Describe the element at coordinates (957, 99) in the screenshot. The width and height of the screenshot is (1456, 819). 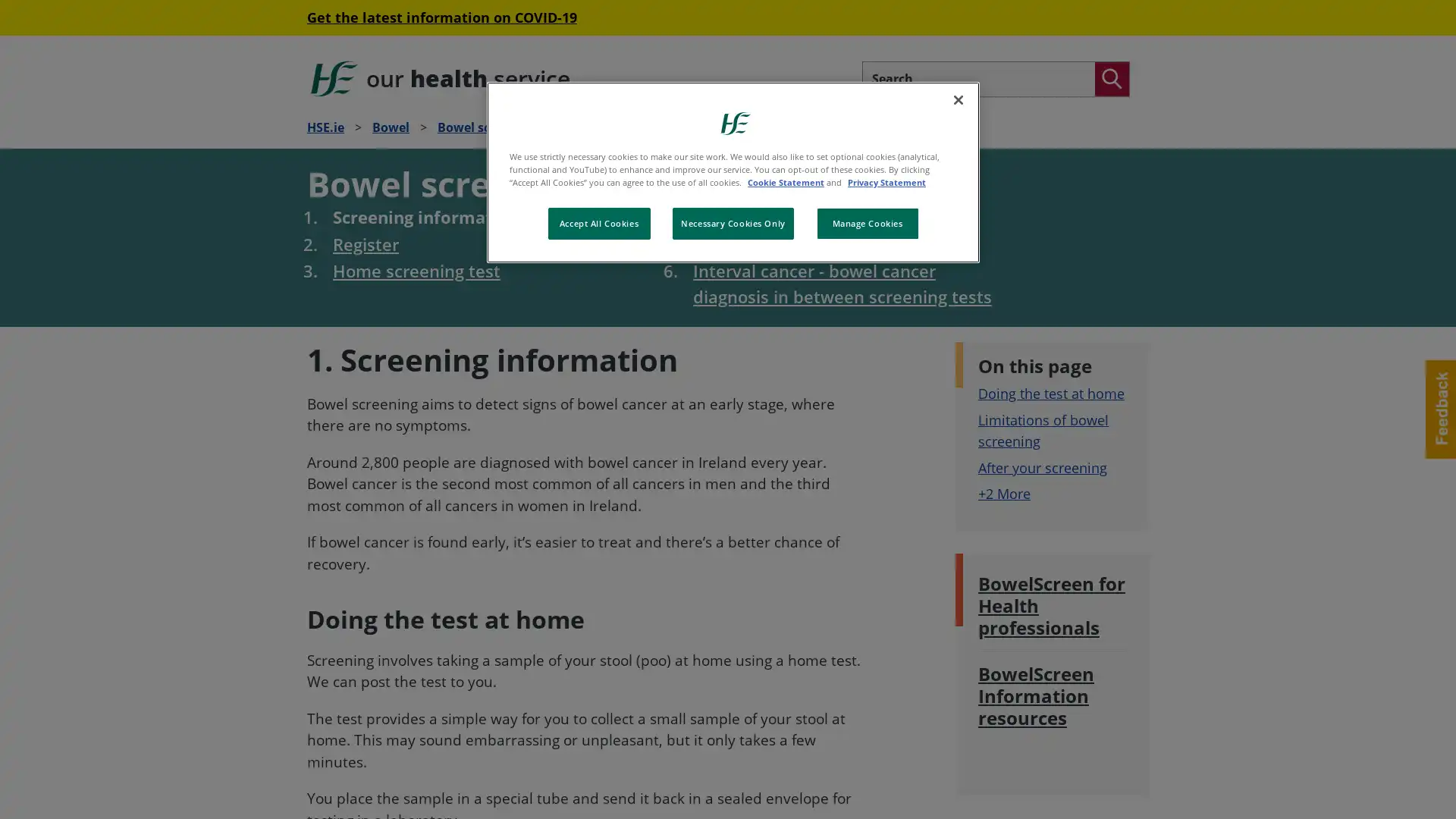
I see `Close` at that location.